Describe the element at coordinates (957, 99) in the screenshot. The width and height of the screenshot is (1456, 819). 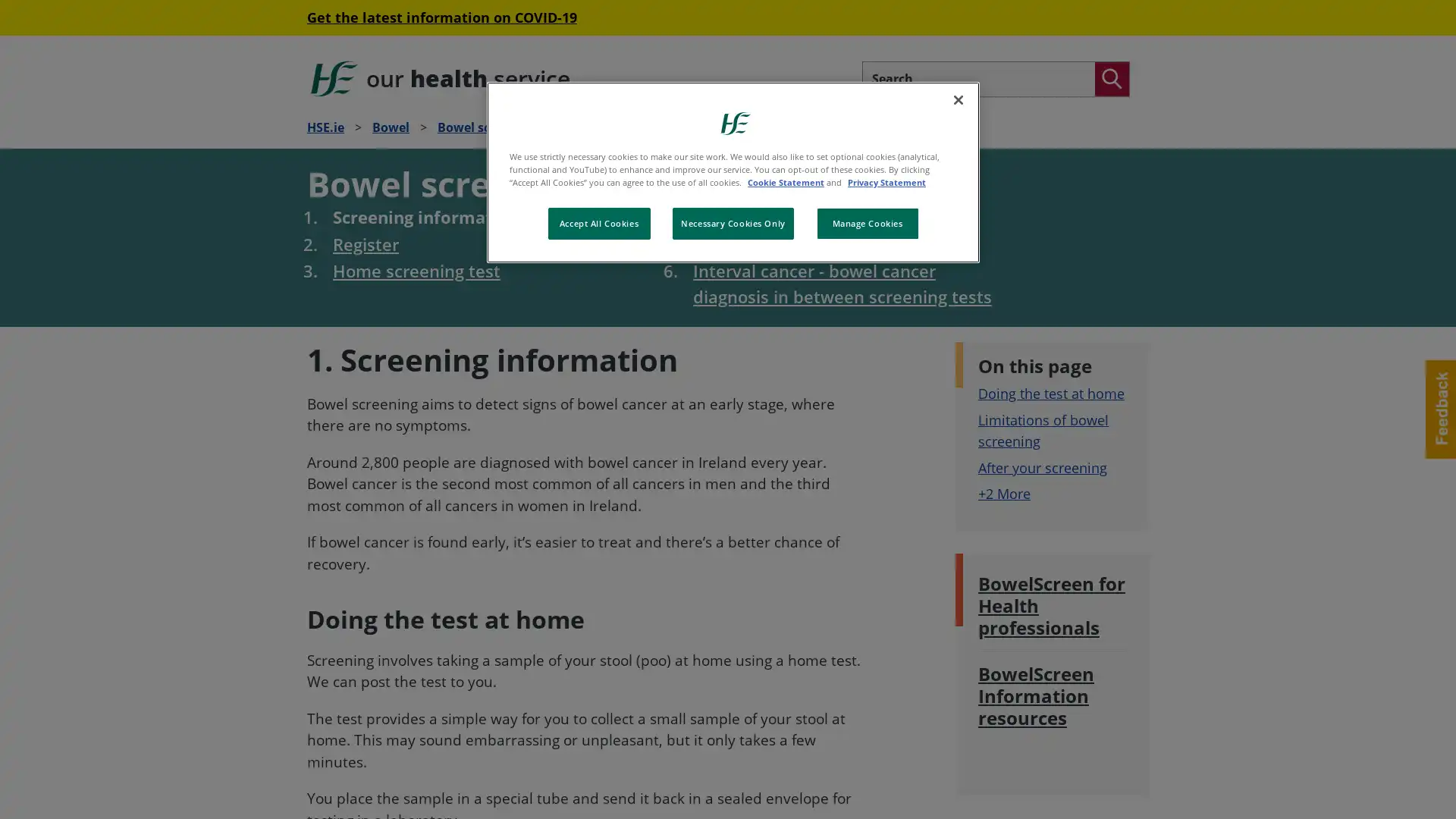
I see `Close` at that location.